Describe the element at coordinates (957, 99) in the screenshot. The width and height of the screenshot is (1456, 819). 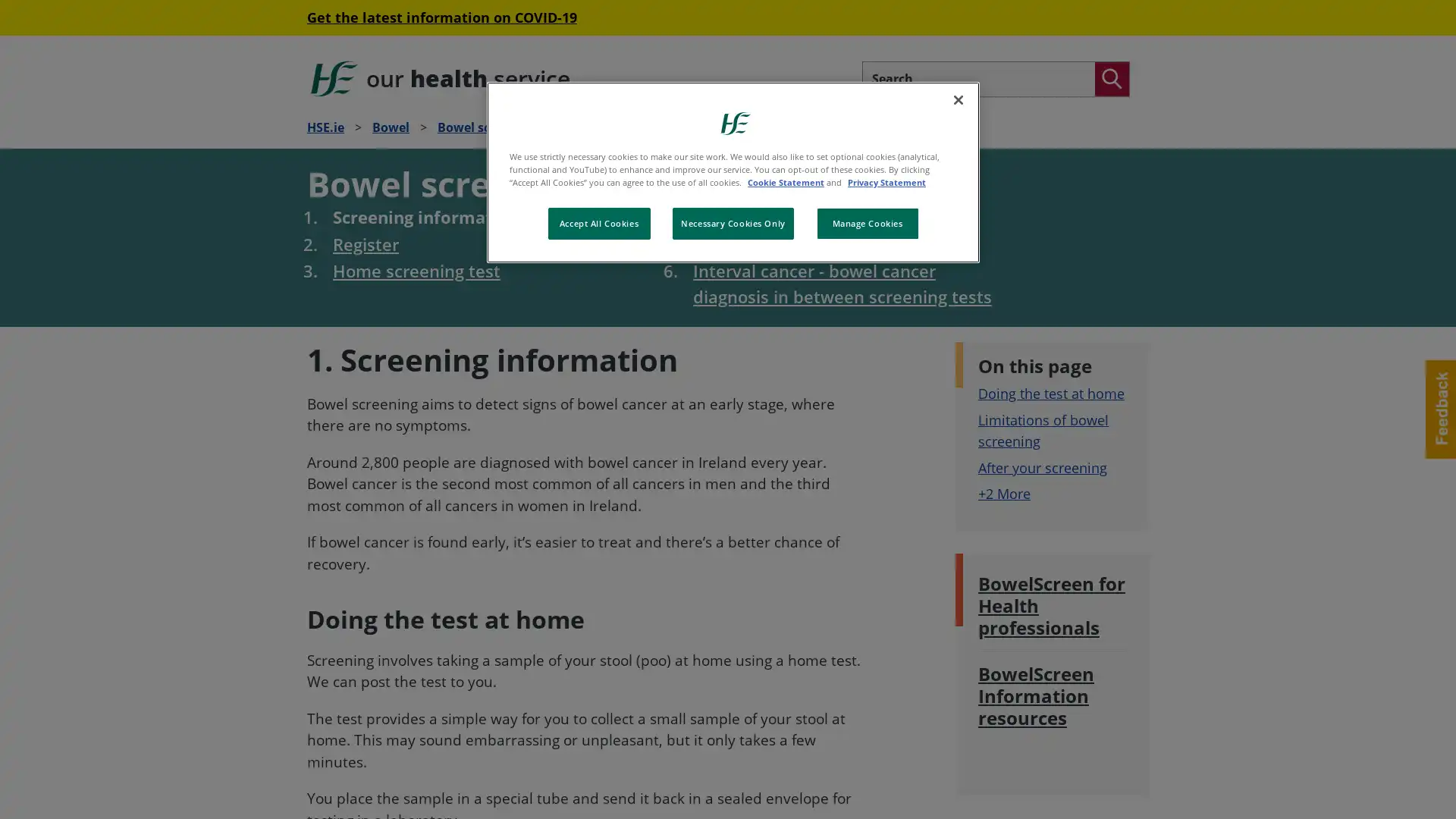
I see `Close` at that location.